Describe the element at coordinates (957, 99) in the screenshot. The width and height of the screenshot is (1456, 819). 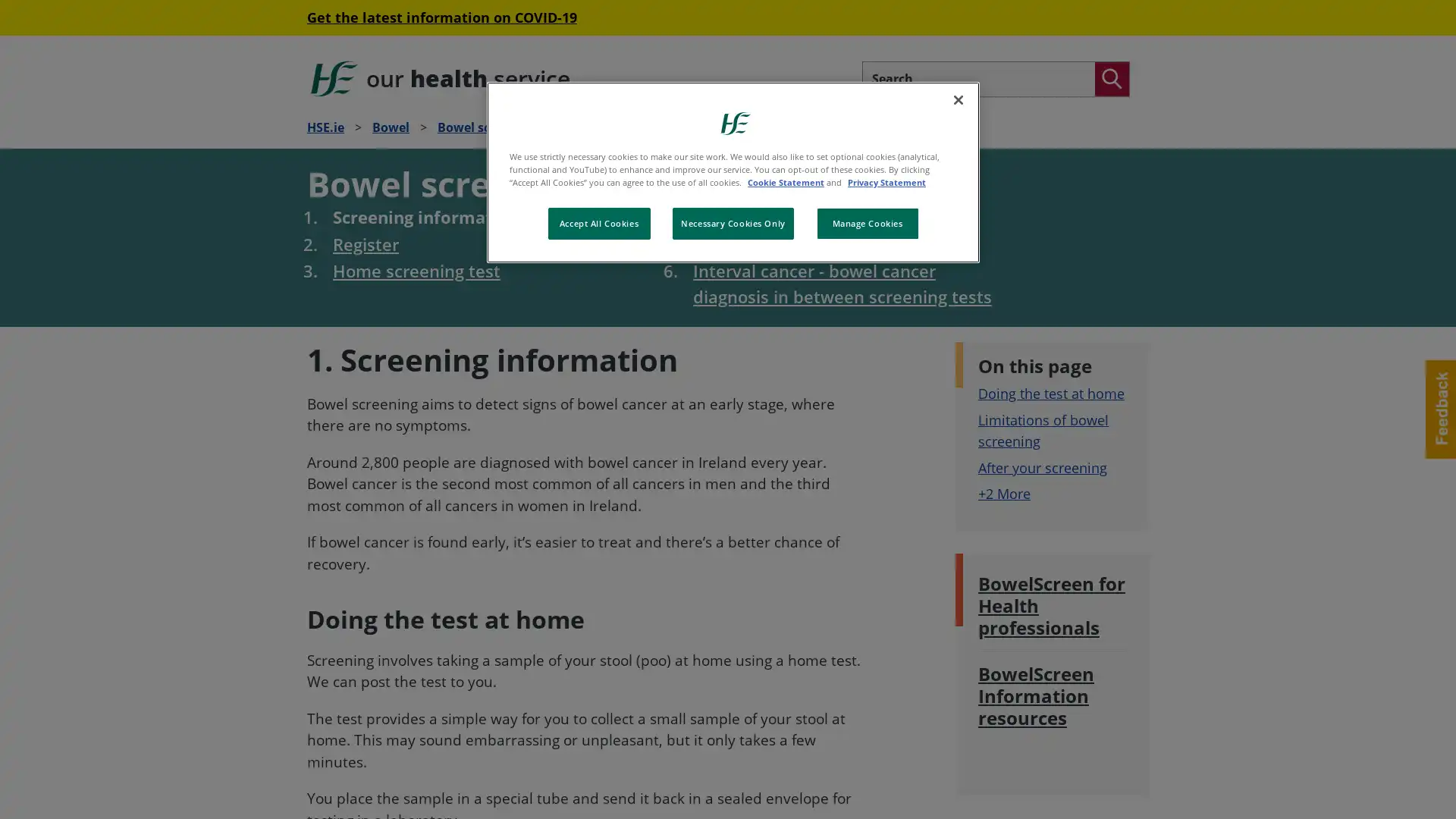
I see `Close` at that location.